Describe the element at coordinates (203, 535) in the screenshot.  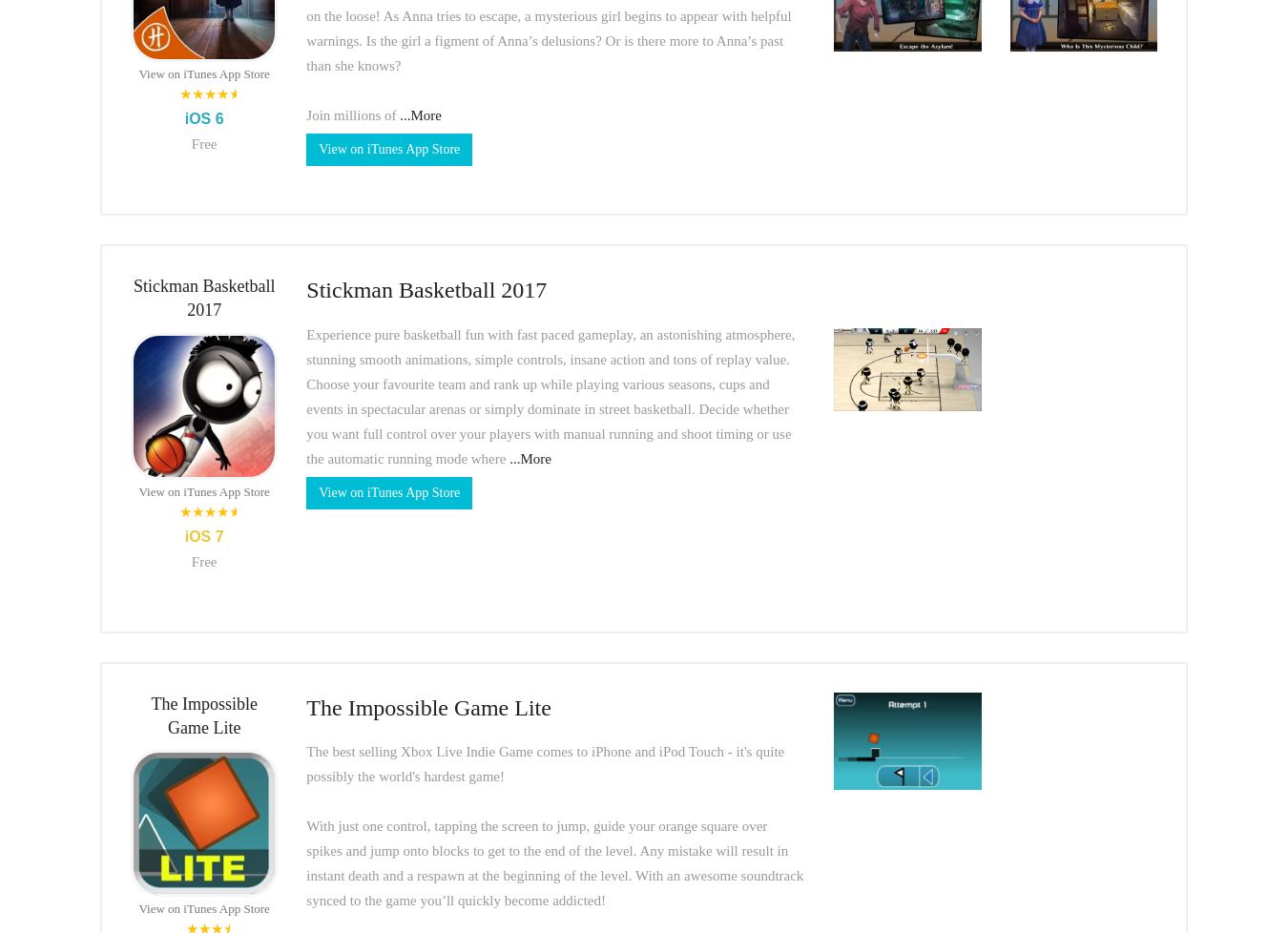
I see `'iOS 7'` at that location.